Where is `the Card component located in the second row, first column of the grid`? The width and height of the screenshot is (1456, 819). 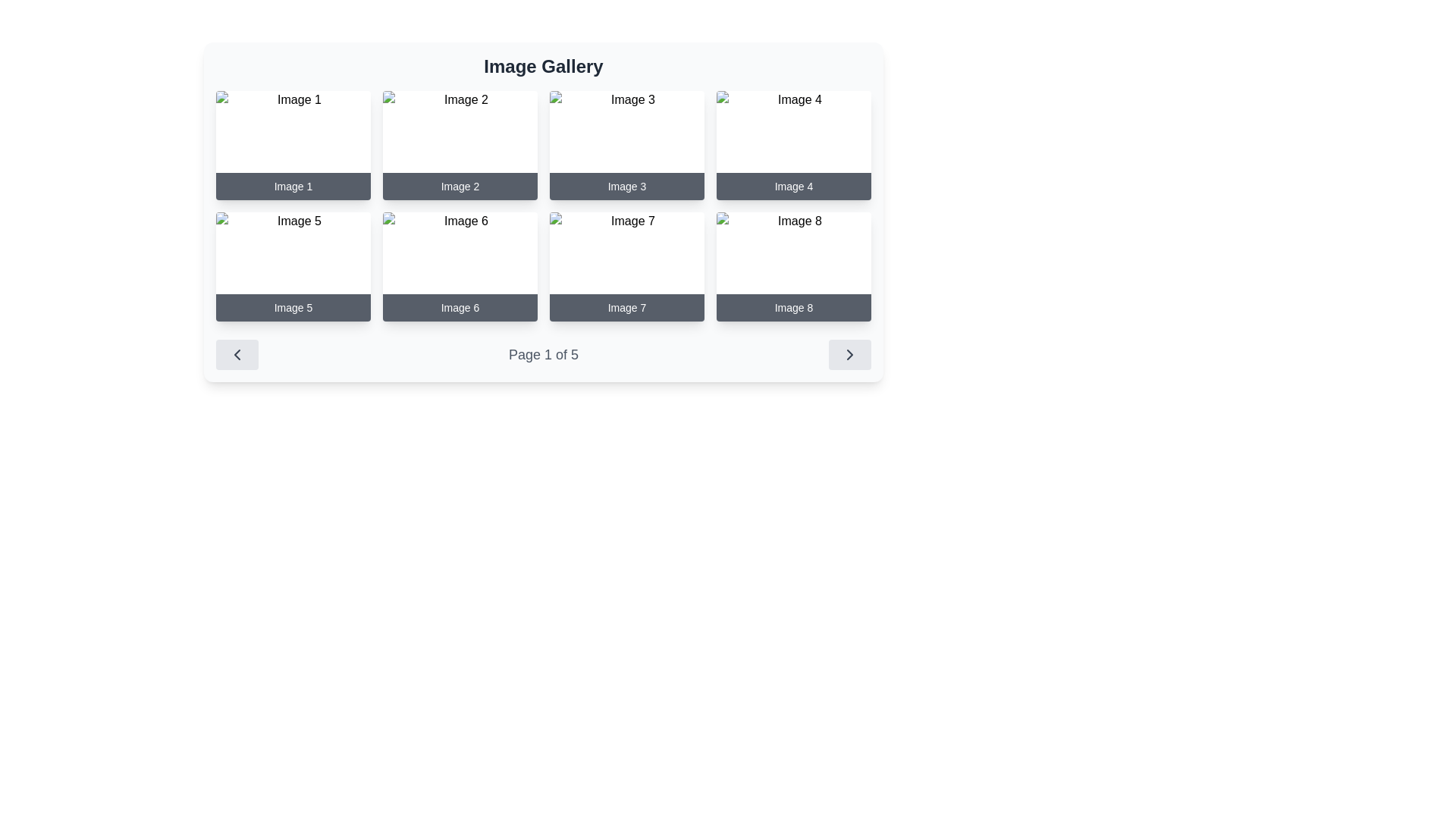 the Card component located in the second row, first column of the grid is located at coordinates (293, 265).